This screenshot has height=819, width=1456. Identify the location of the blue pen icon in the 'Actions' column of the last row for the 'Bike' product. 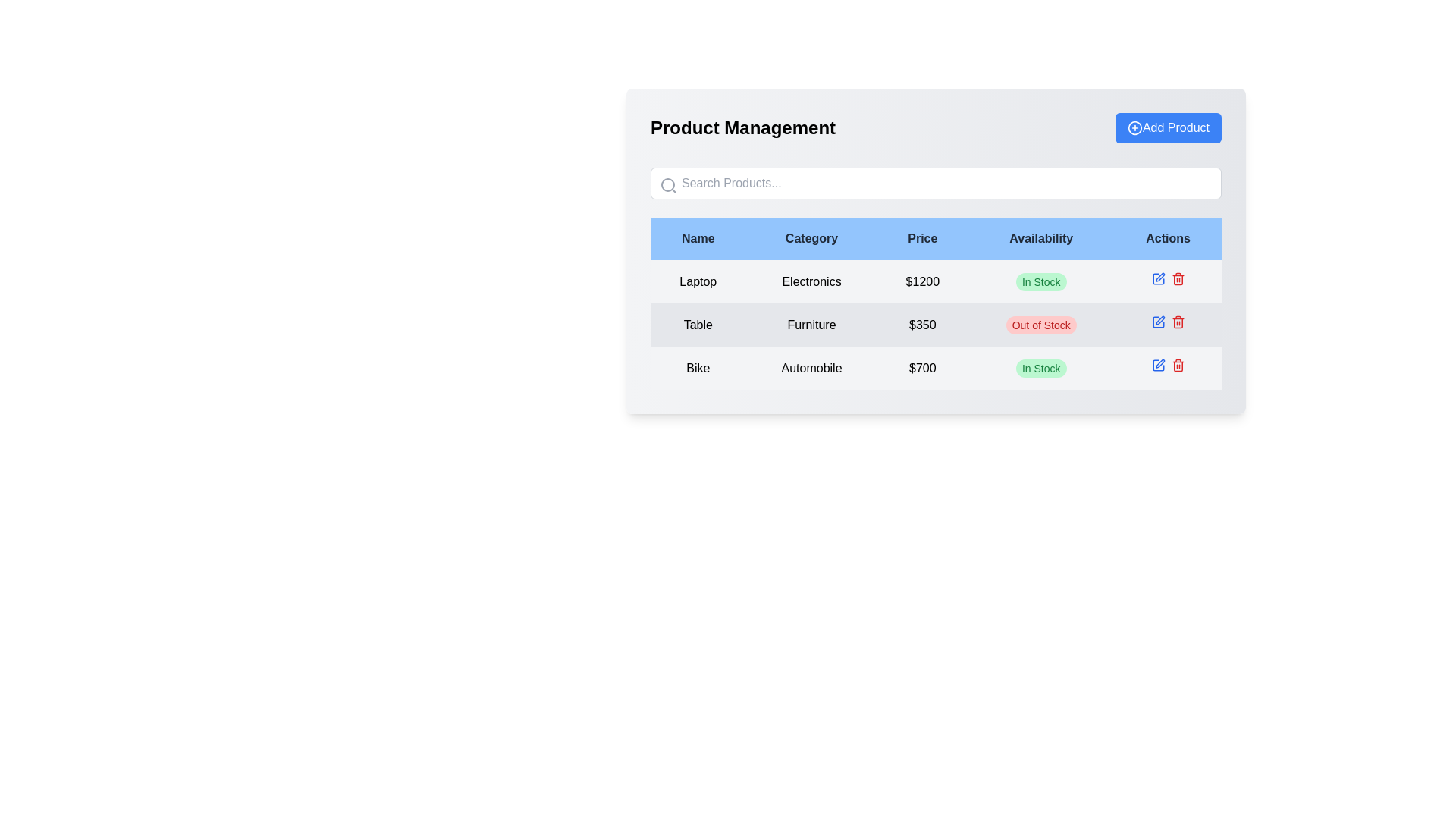
(1157, 366).